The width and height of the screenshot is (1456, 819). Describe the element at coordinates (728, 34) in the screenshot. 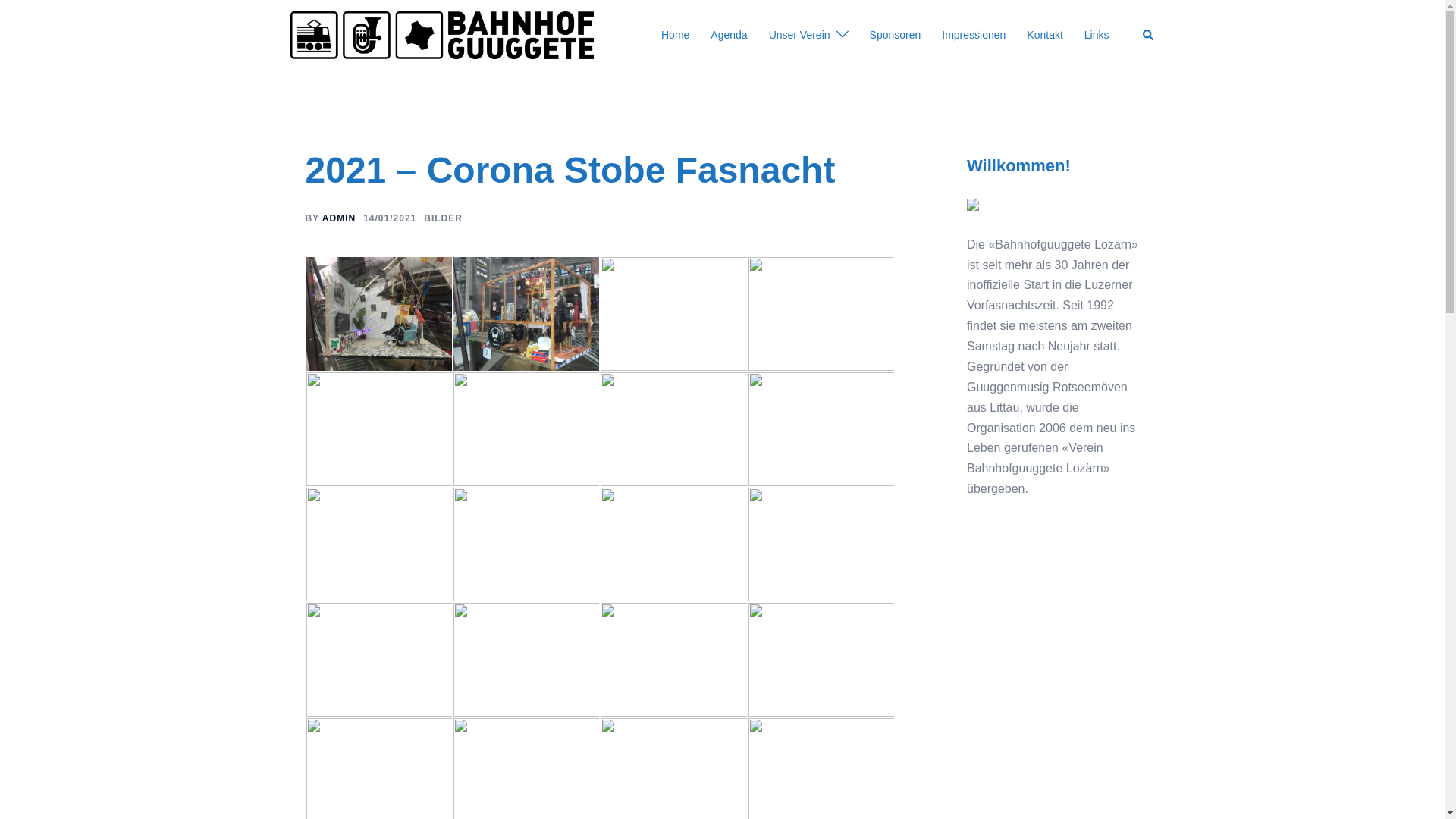

I see `'Agenda'` at that location.